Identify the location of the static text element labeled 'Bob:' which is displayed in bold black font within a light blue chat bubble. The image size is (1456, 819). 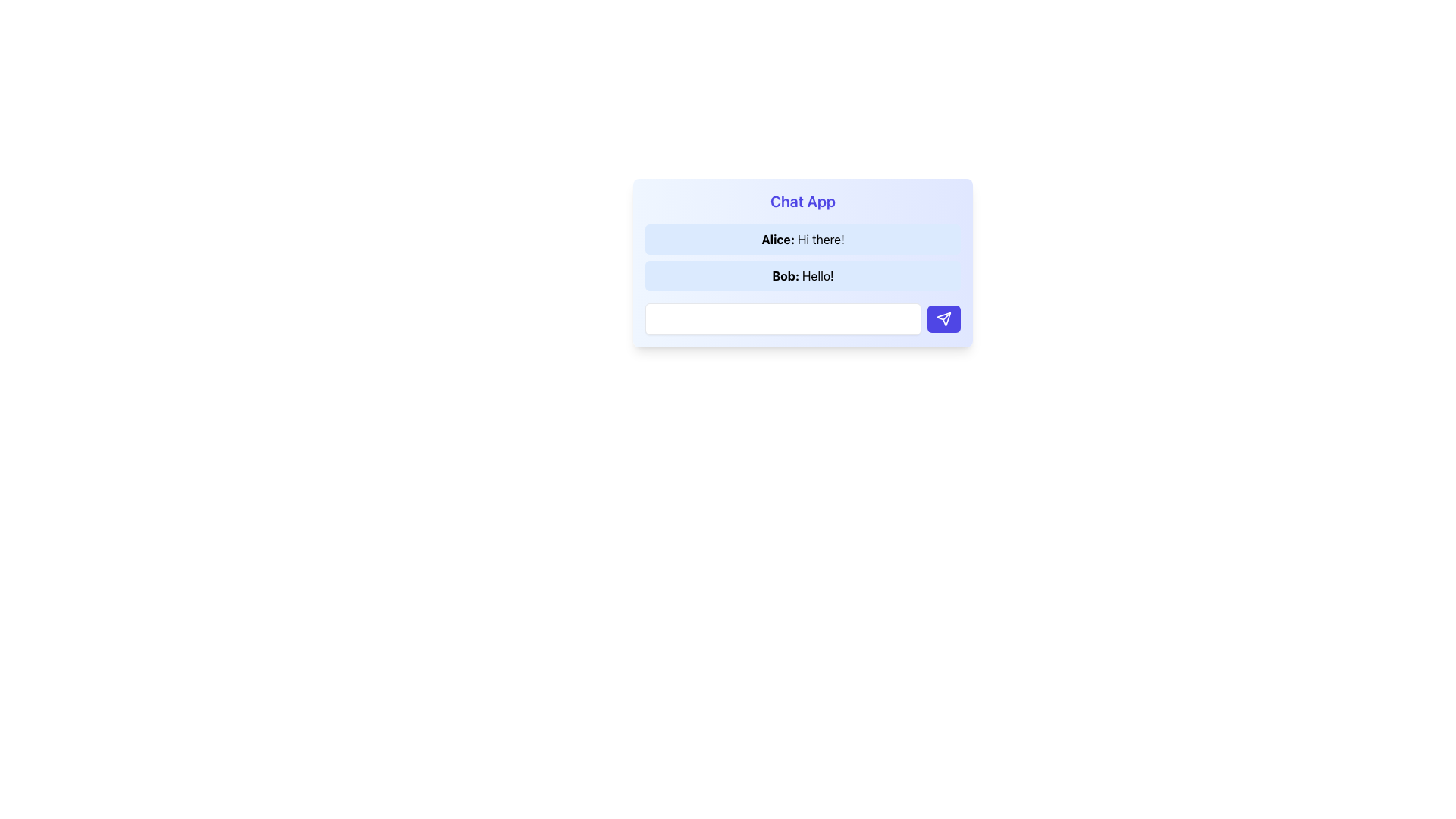
(787, 275).